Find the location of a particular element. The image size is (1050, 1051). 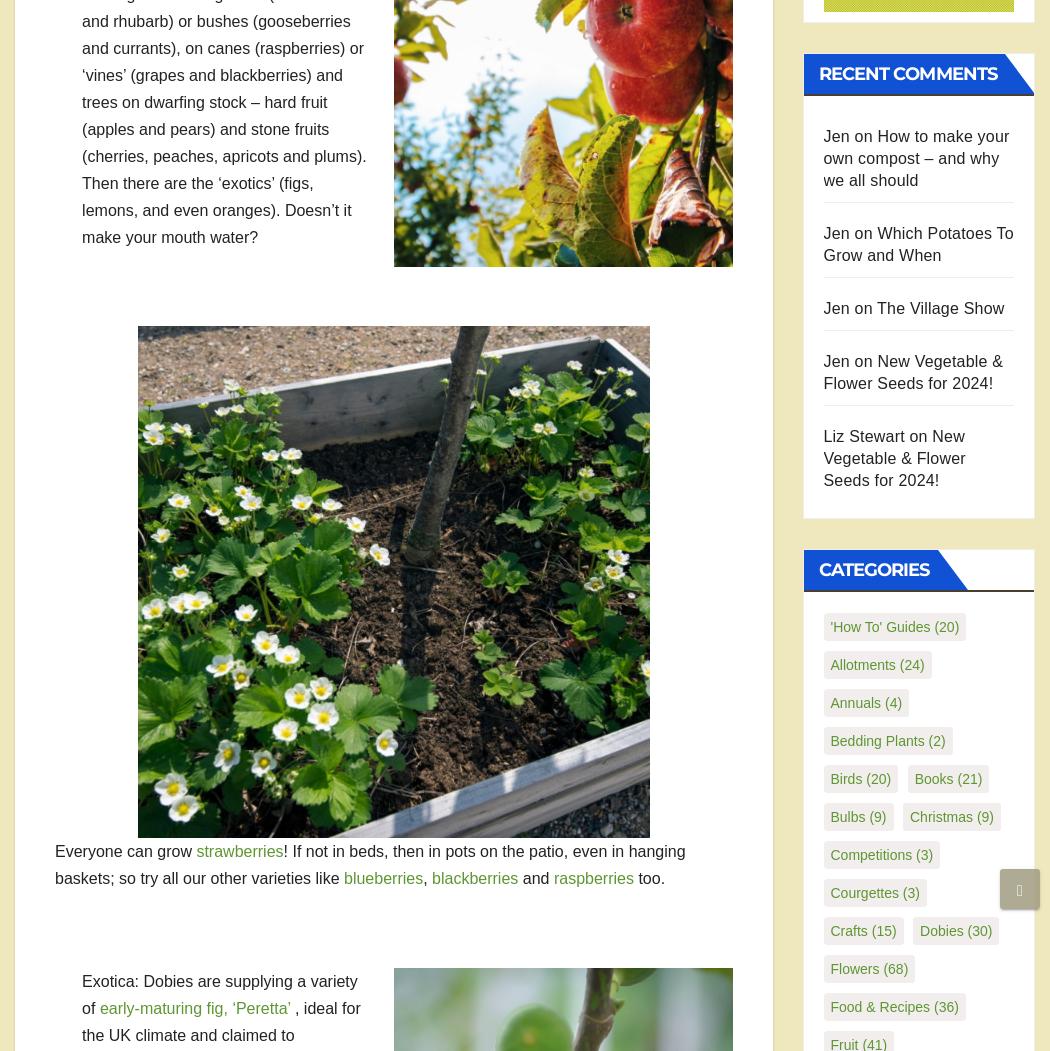

'Recent Comments' is located at coordinates (816, 72).